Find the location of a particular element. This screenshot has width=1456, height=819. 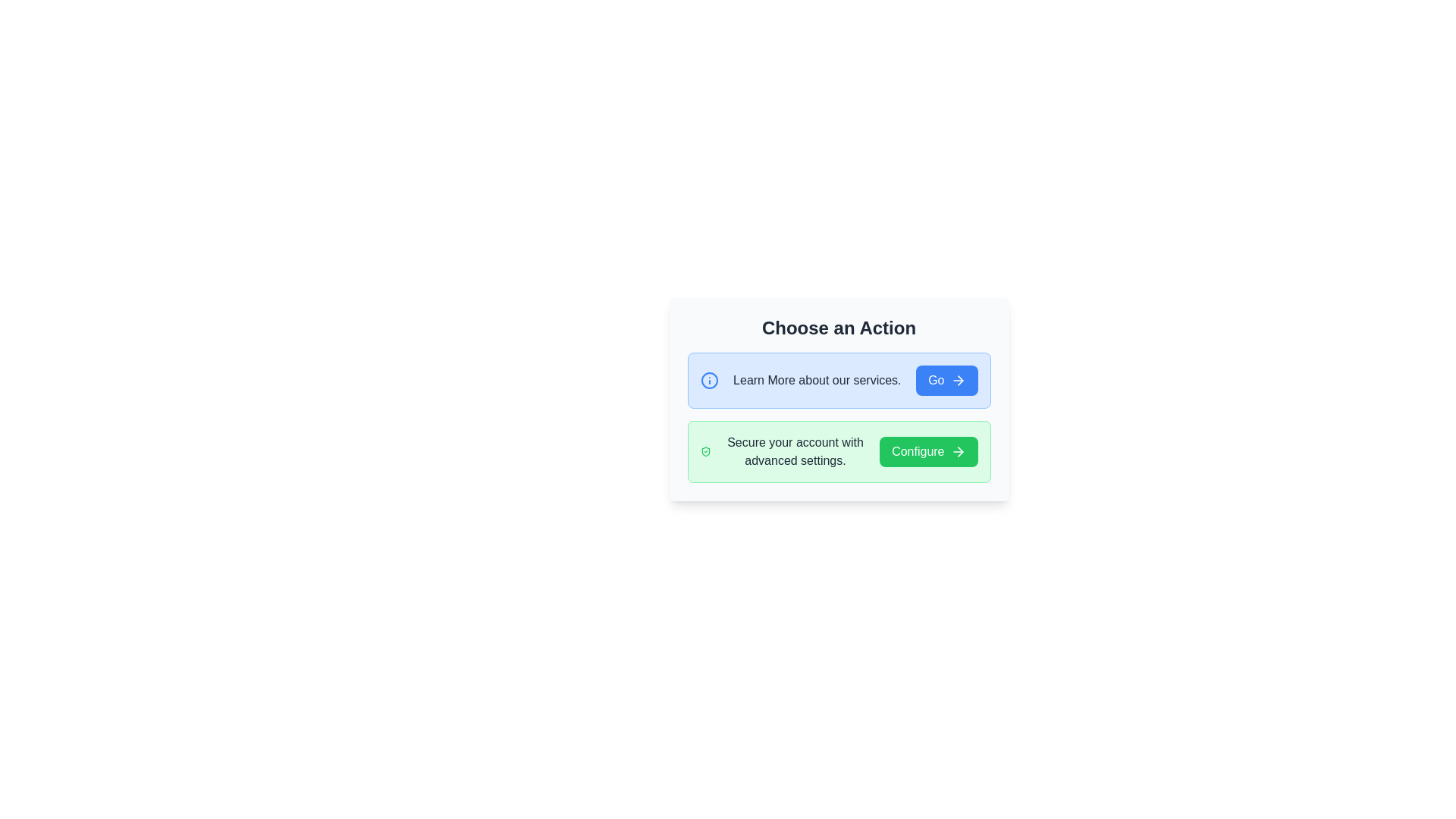

one of the interactive buttons in the centered card component that serves as a selection interface for navigating to different actions is located at coordinates (838, 399).